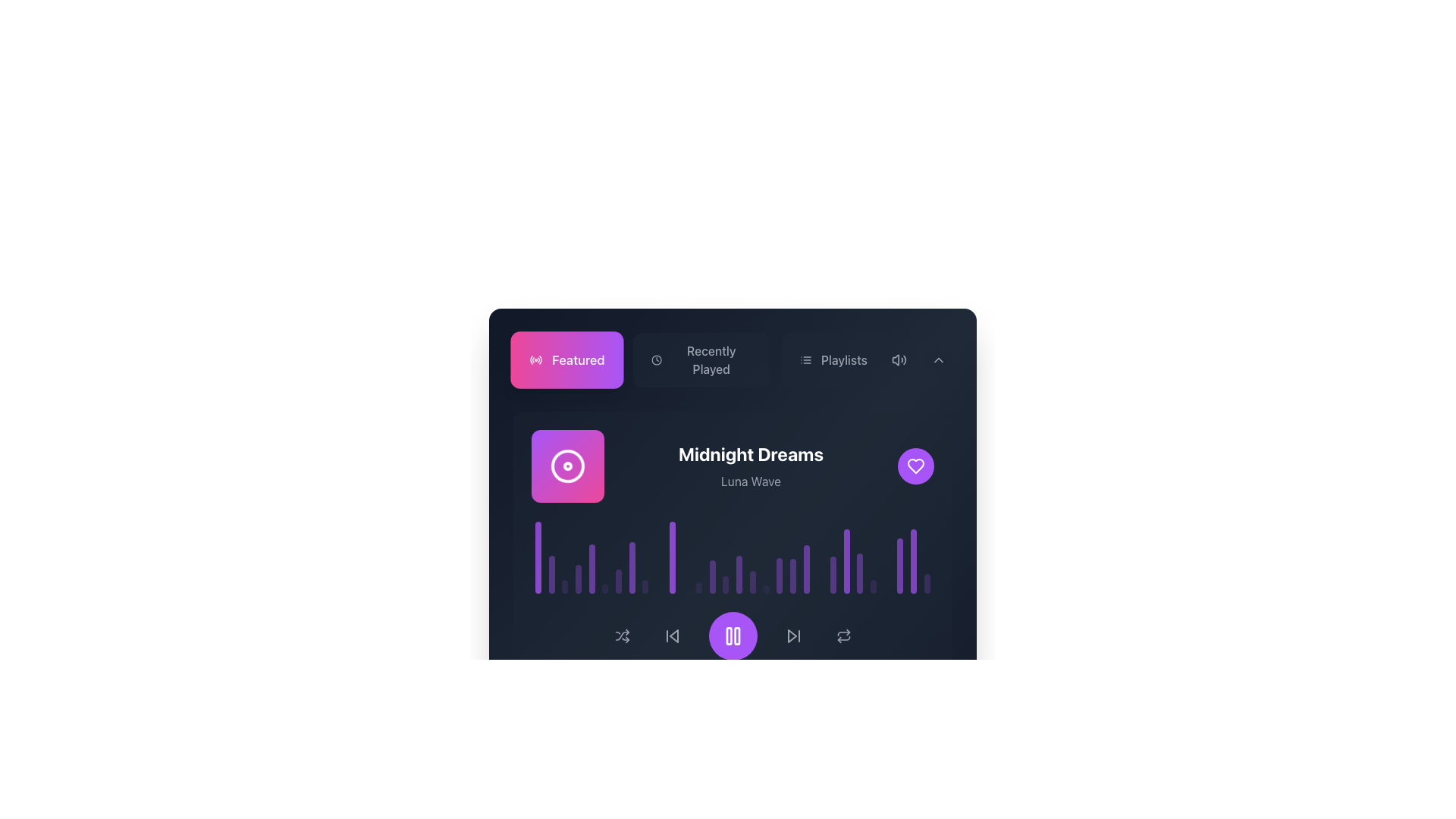 This screenshot has width=1456, height=819. I want to click on the 20th purple, rounded-edge bar of the audio equalizer located below the 'Midnight Dreams' section, so click(805, 570).